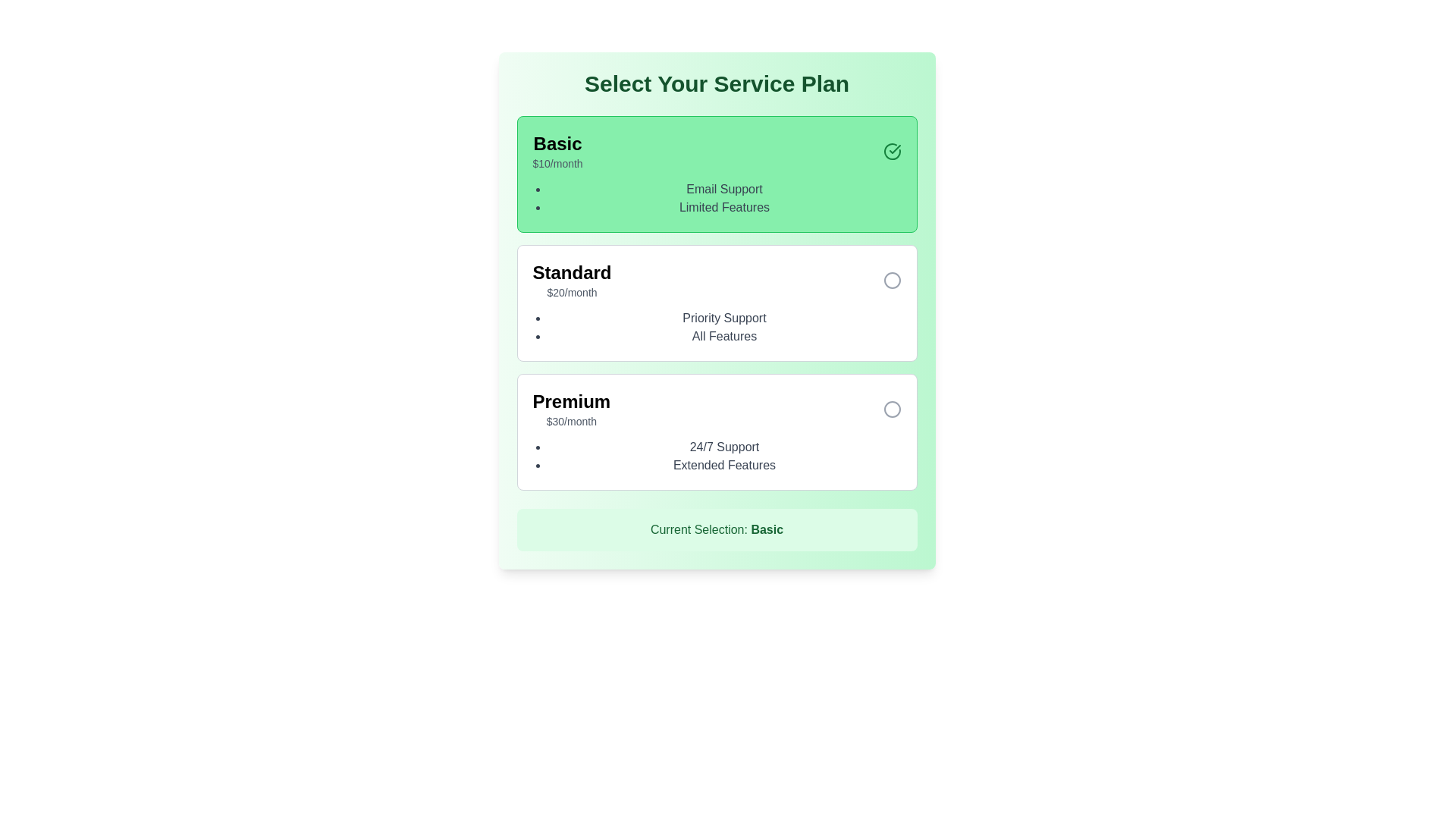  Describe the element at coordinates (767, 529) in the screenshot. I see `the Text Display that shows the currently selected subscription plan, positioned below the 'Current Selection:' label` at that location.